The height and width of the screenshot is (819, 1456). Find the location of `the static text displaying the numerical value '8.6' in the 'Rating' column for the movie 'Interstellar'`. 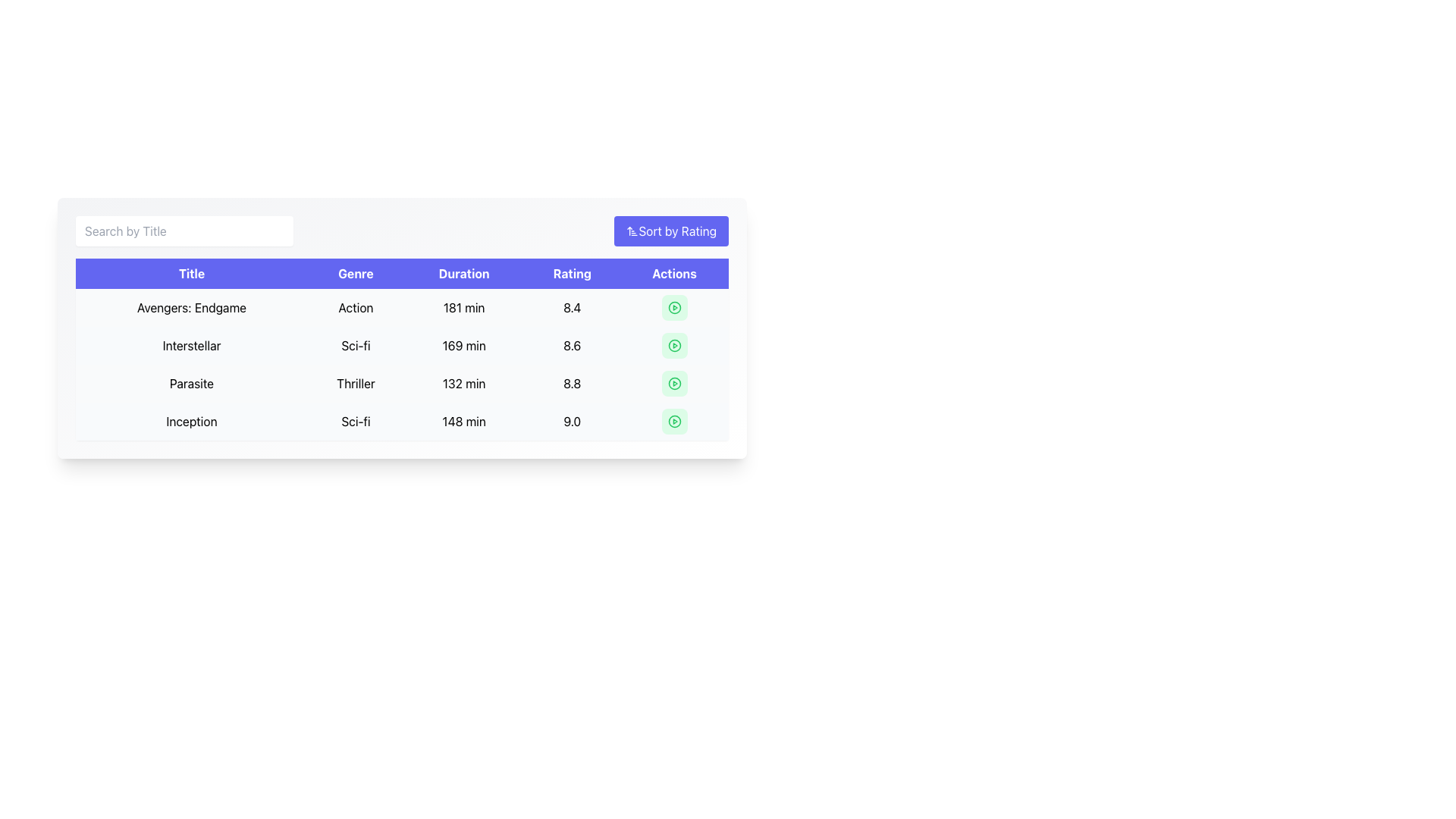

the static text displaying the numerical value '8.6' in the 'Rating' column for the movie 'Interstellar' is located at coordinates (571, 345).